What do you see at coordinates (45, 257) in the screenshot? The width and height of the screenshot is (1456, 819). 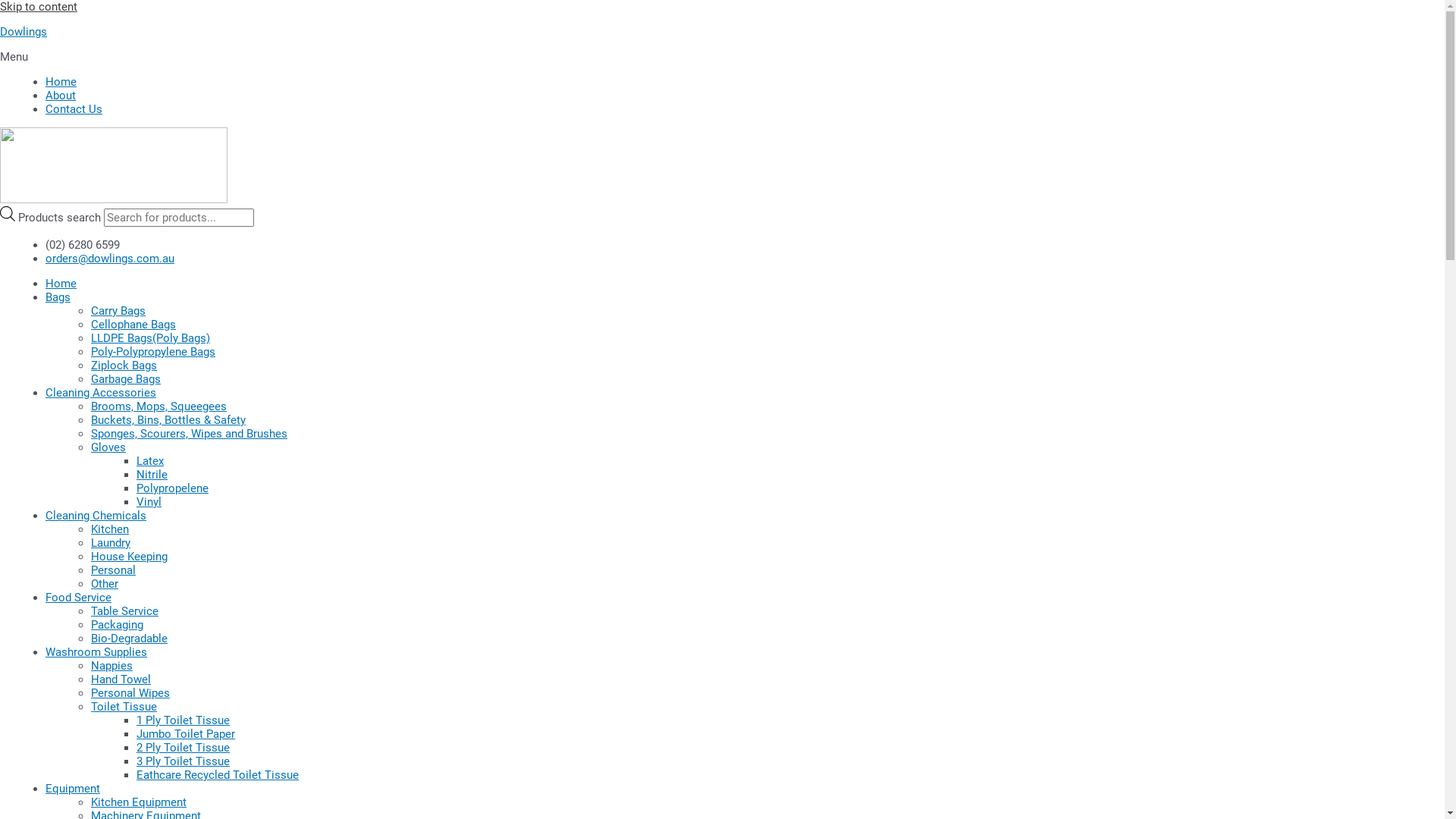 I see `'orders@dowlings.com.au'` at bounding box center [45, 257].